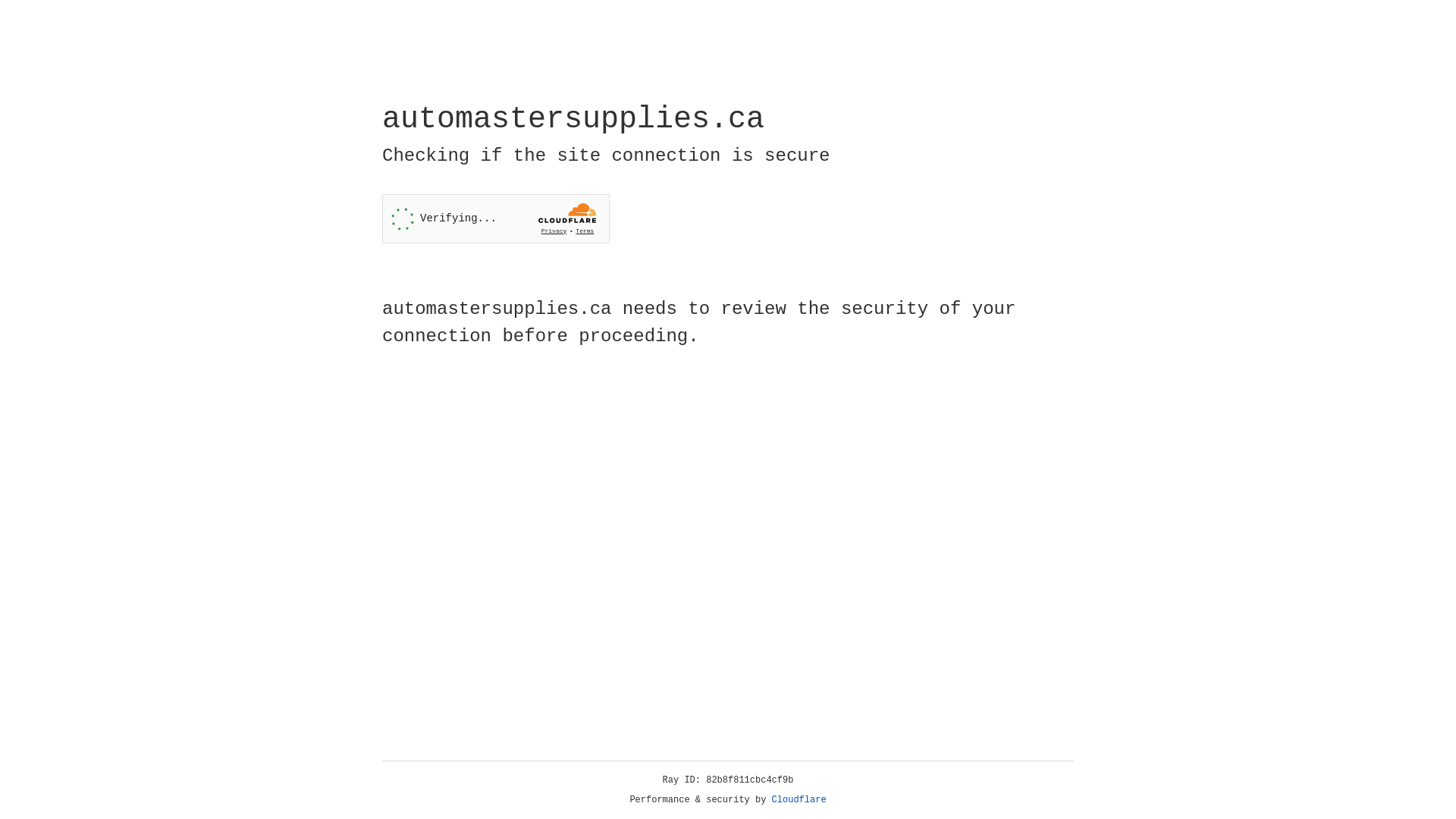 Image resolution: width=1456 pixels, height=819 pixels. What do you see at coordinates (495, 218) in the screenshot?
I see `'Widget containing a Cloudflare security challenge'` at bounding box center [495, 218].